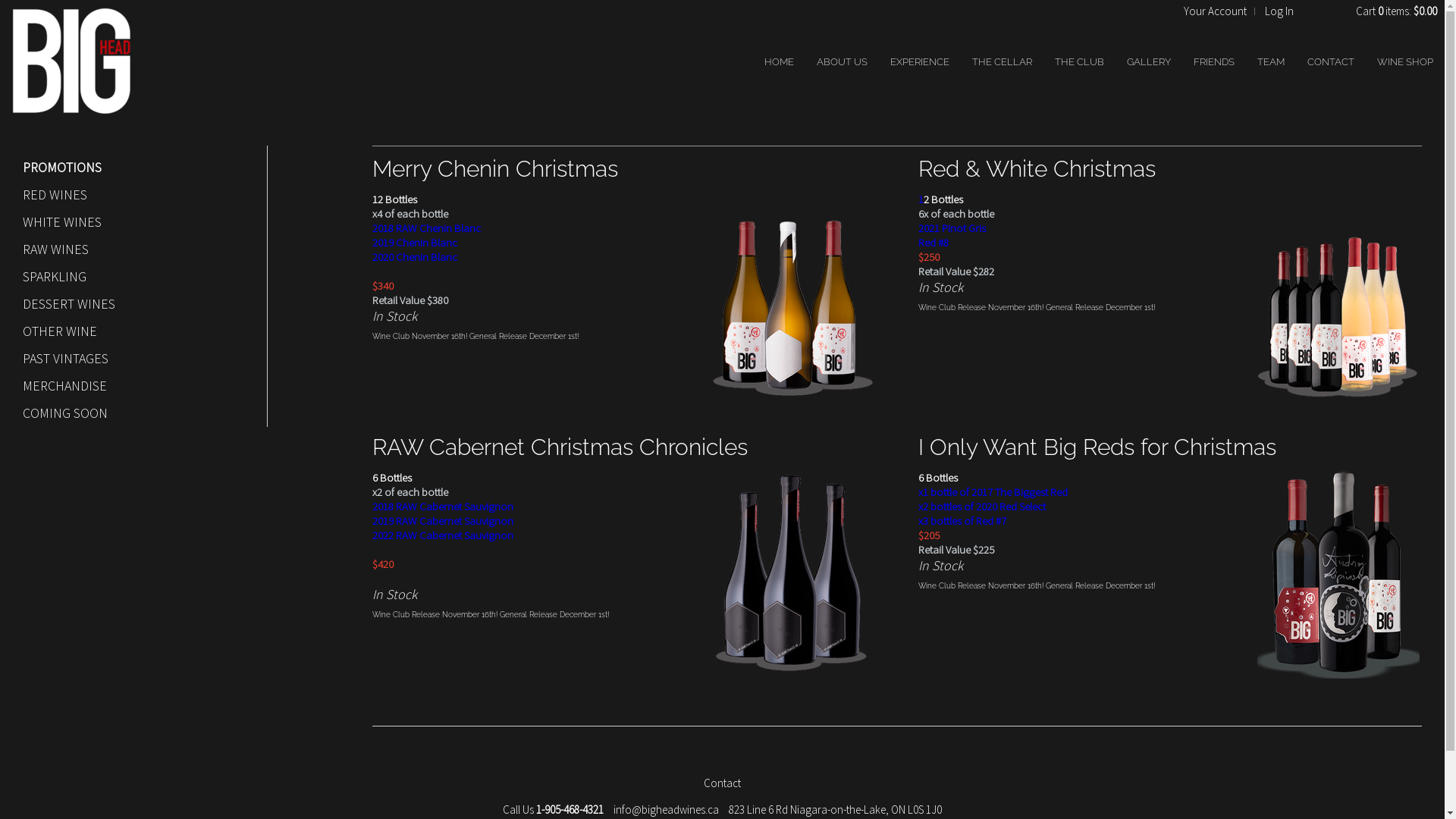  What do you see at coordinates (1215, 11) in the screenshot?
I see `'Your Account'` at bounding box center [1215, 11].